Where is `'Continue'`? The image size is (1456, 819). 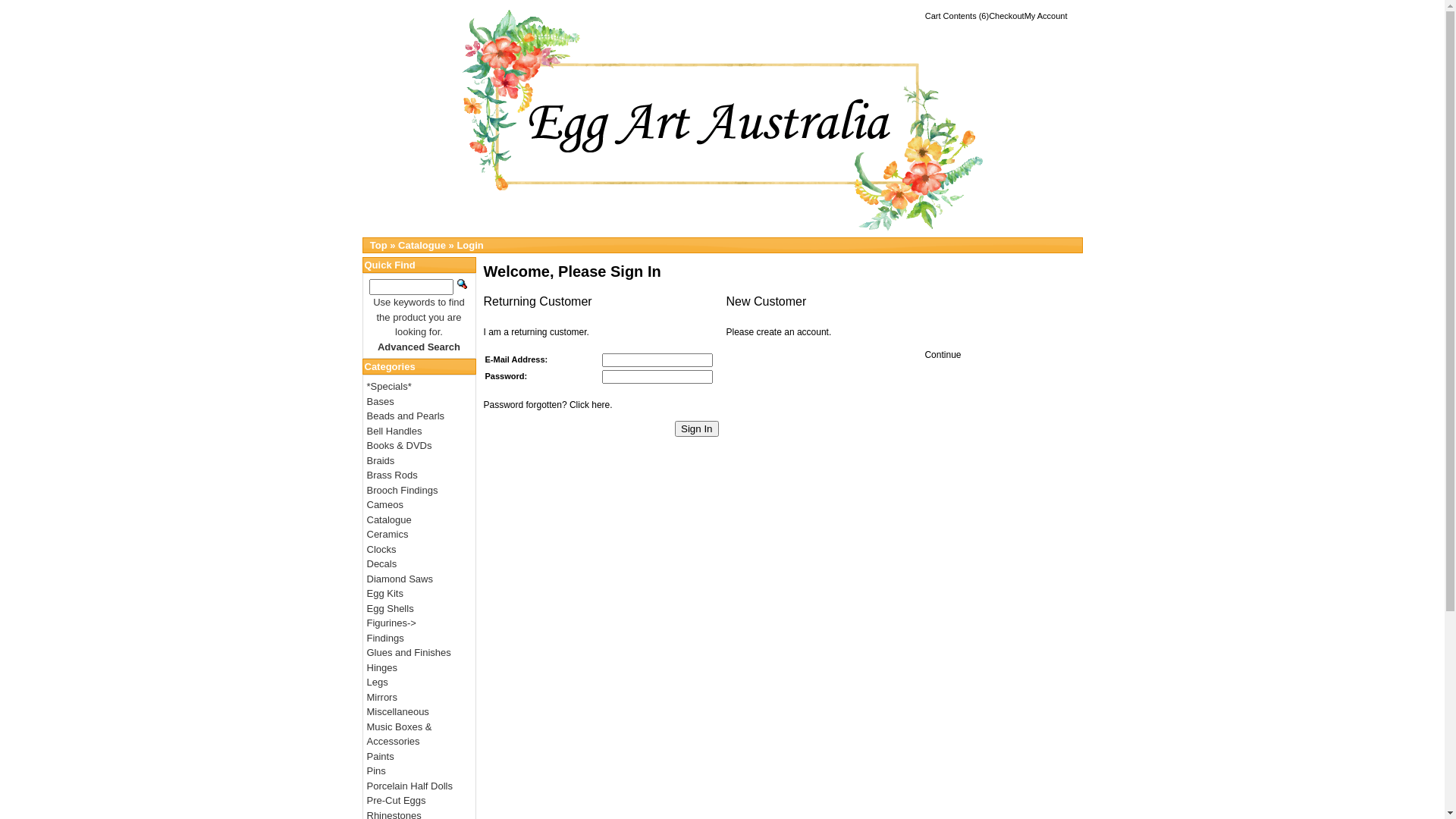
'Continue' is located at coordinates (942, 354).